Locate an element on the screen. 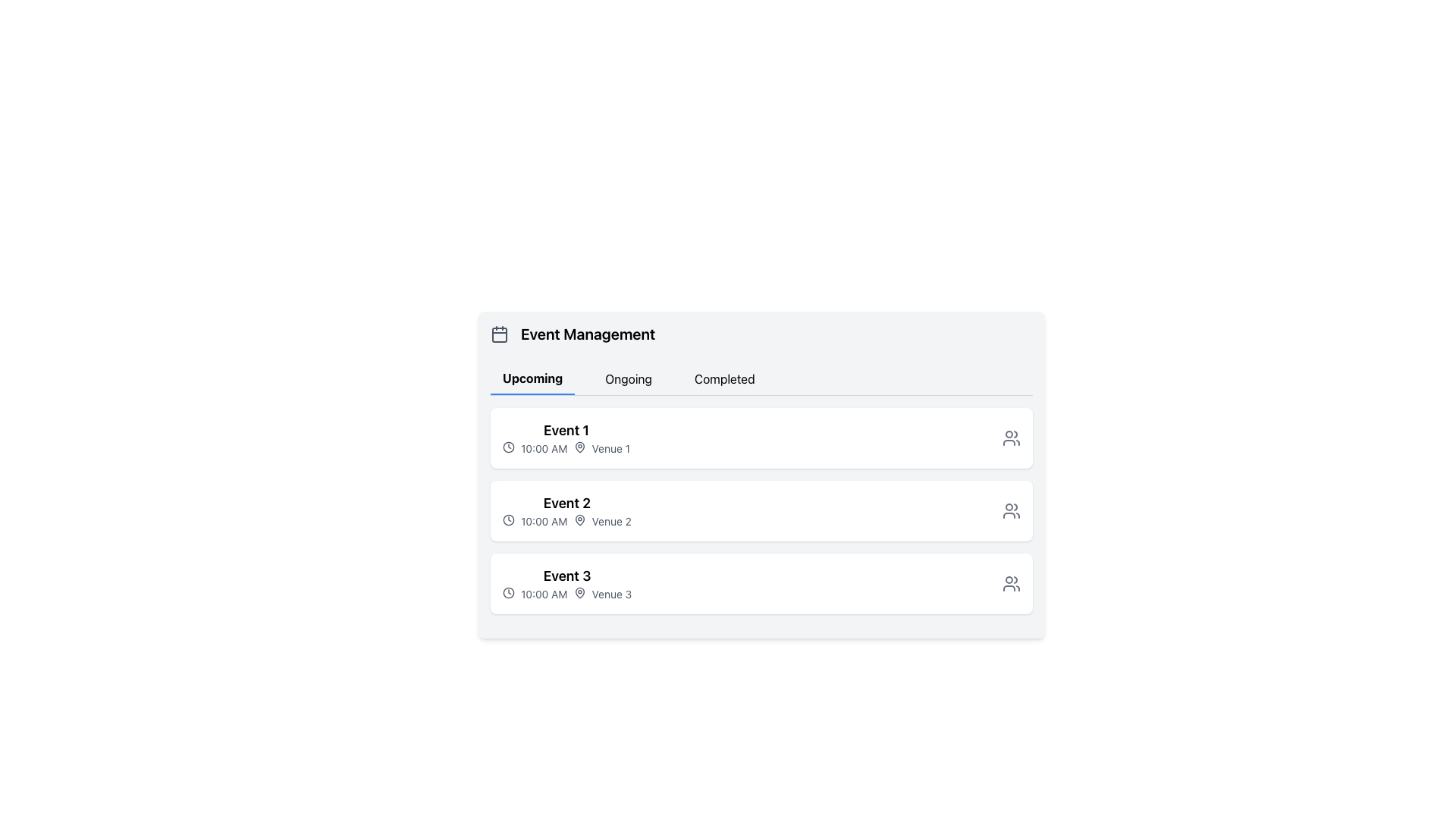 This screenshot has height=819, width=1456. the List Item displaying 'Event 2' is located at coordinates (761, 511).